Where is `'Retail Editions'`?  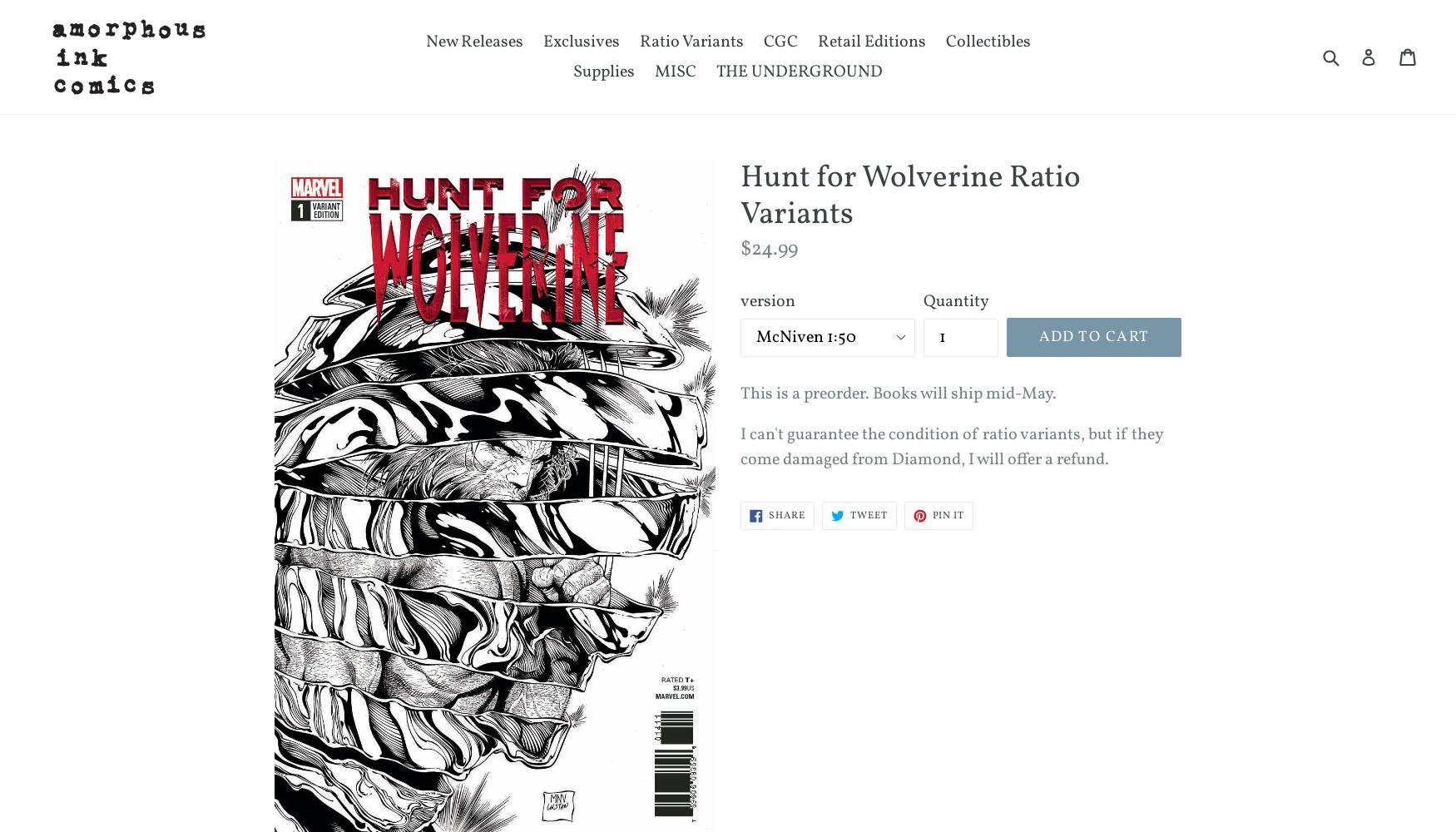
'Retail Editions' is located at coordinates (870, 42).